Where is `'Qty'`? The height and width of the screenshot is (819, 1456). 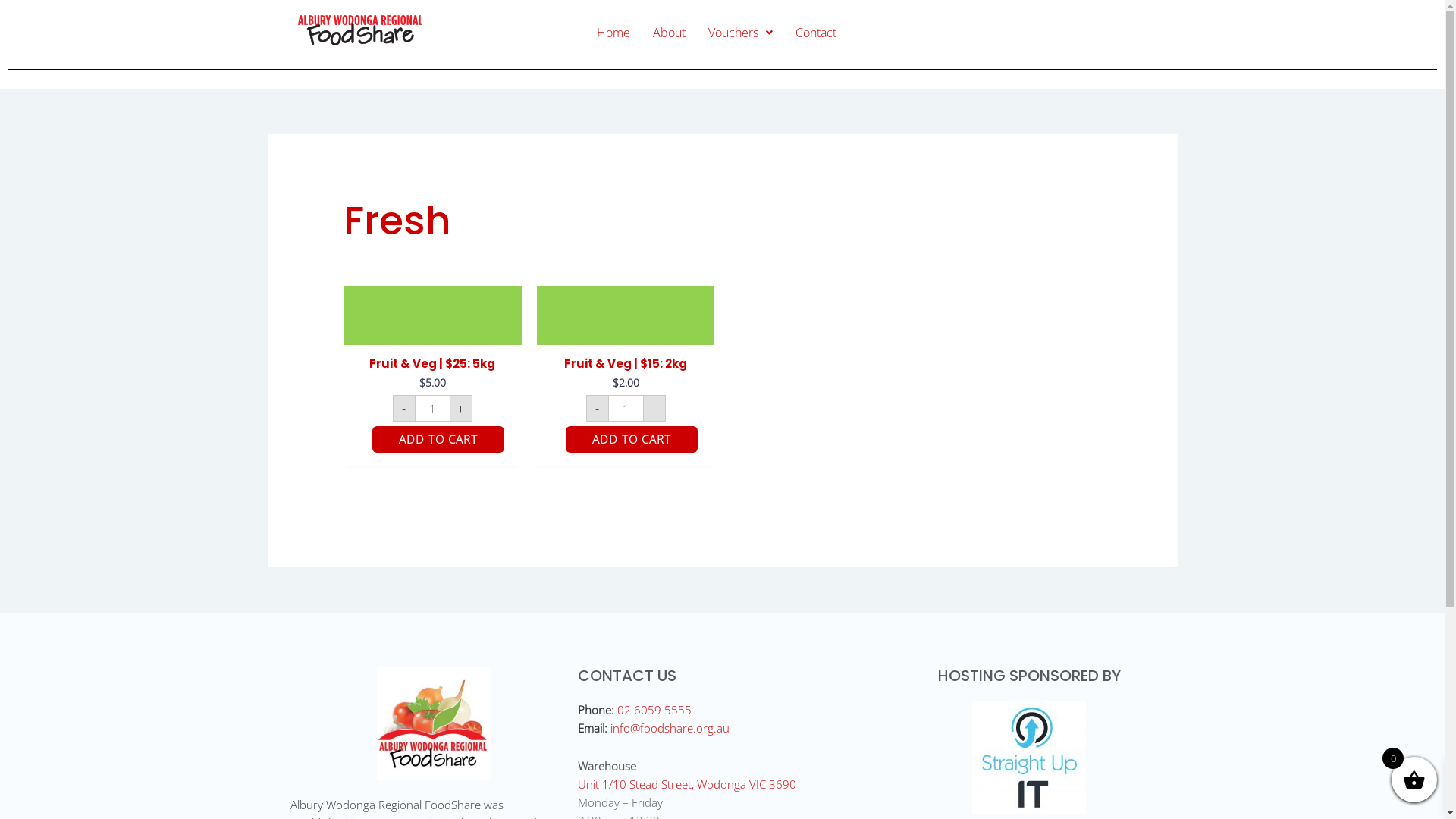
'Qty' is located at coordinates (431, 407).